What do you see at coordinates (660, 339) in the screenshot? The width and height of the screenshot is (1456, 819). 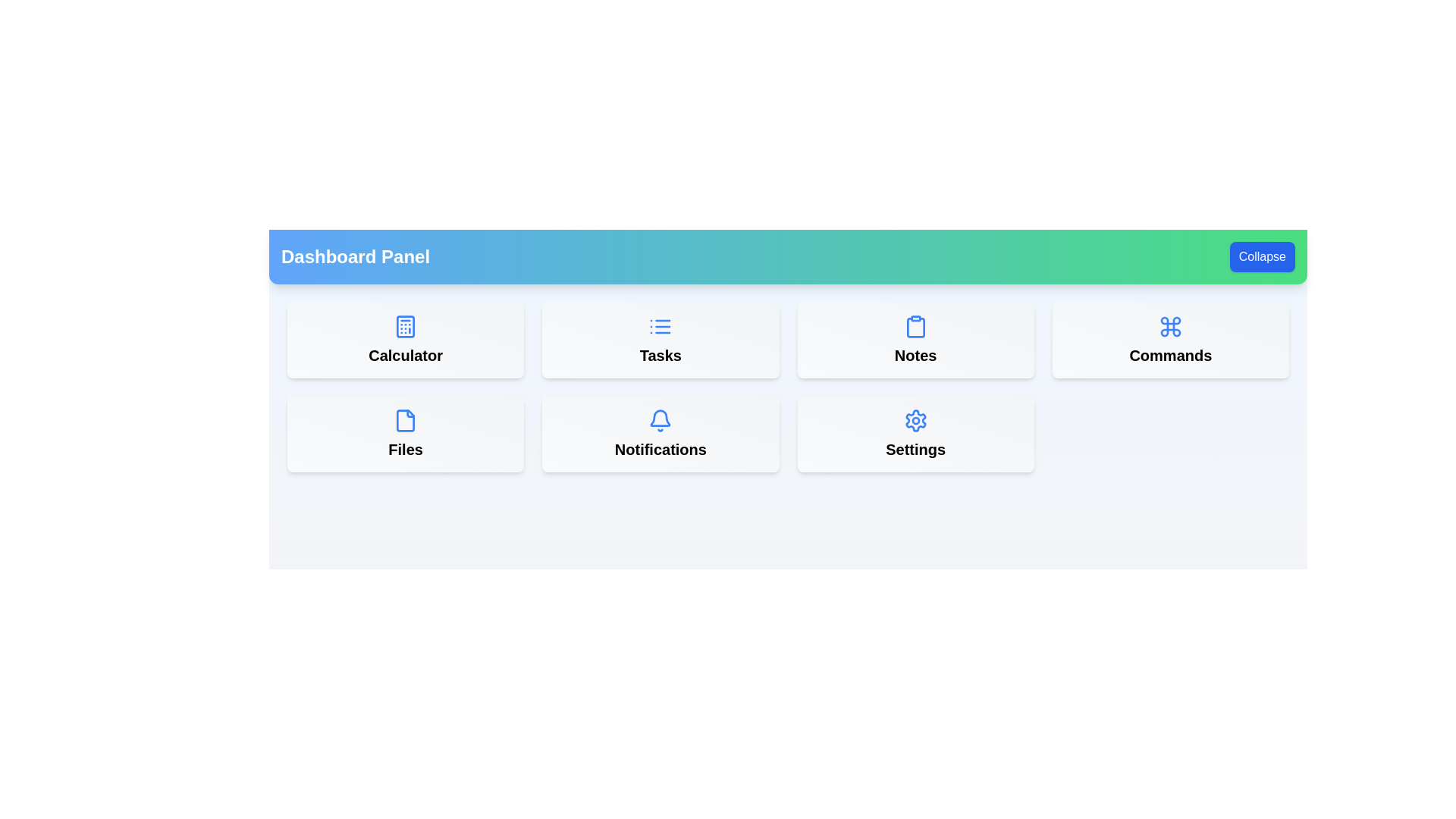 I see `the menu item labeled Tasks` at bounding box center [660, 339].